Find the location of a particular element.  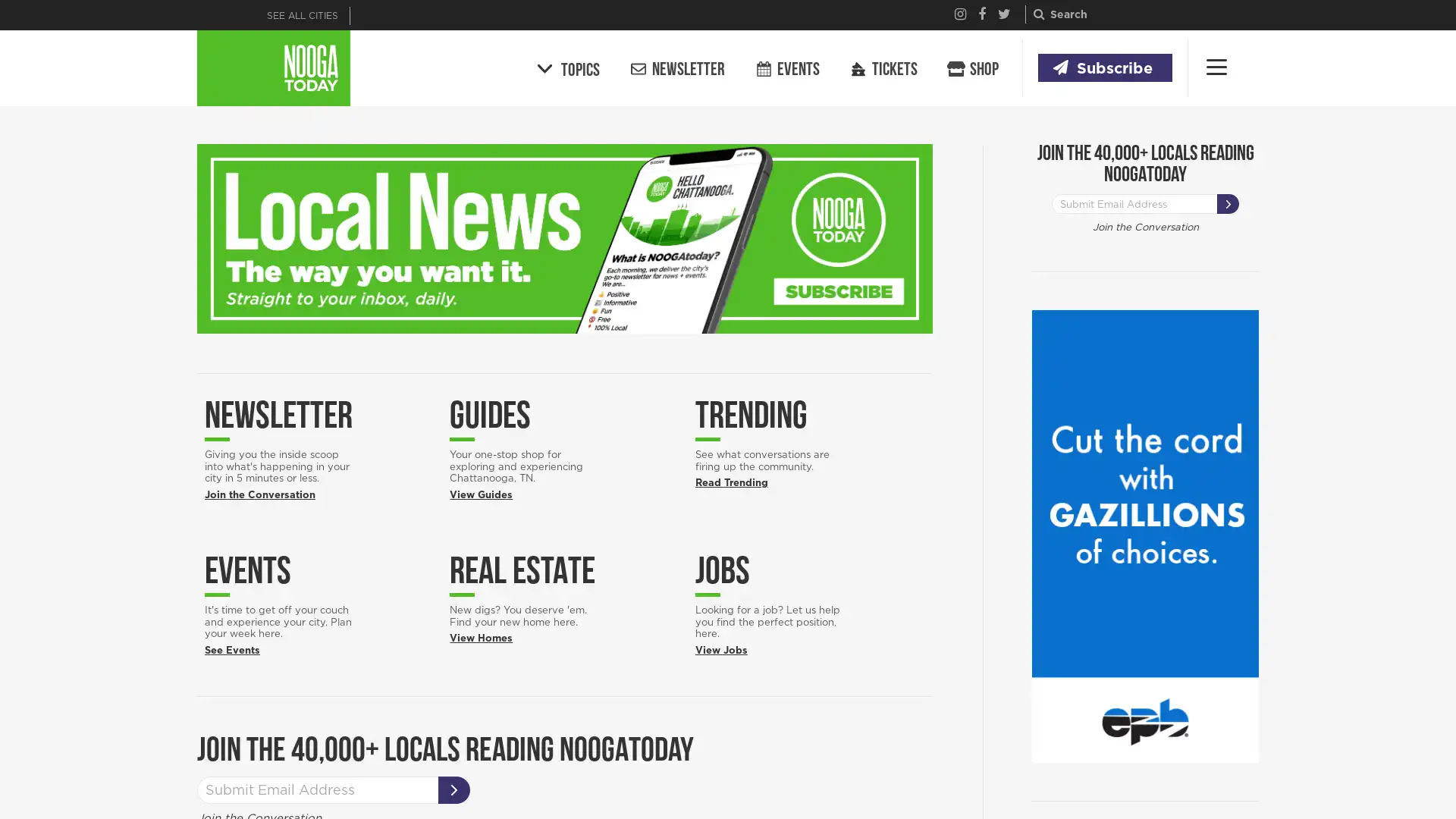

SUBSCRIBE is located at coordinates (1228, 203).